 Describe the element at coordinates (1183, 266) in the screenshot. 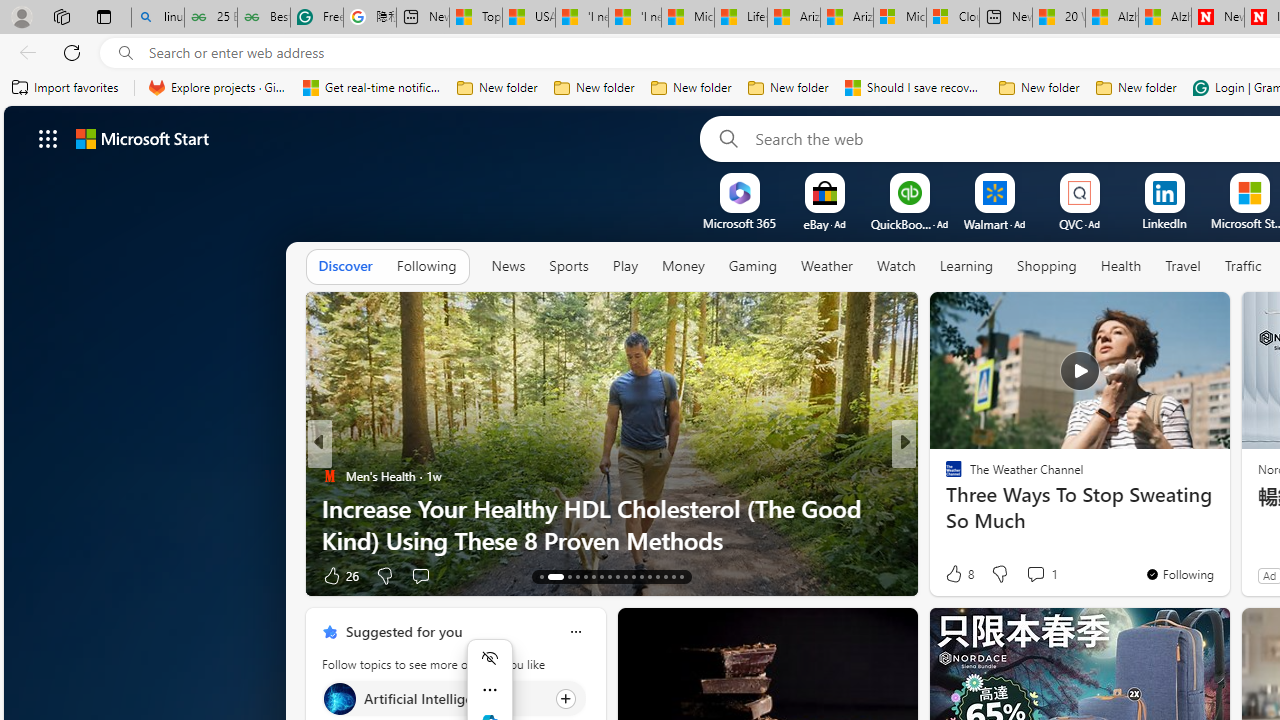

I see `'Travel'` at that location.